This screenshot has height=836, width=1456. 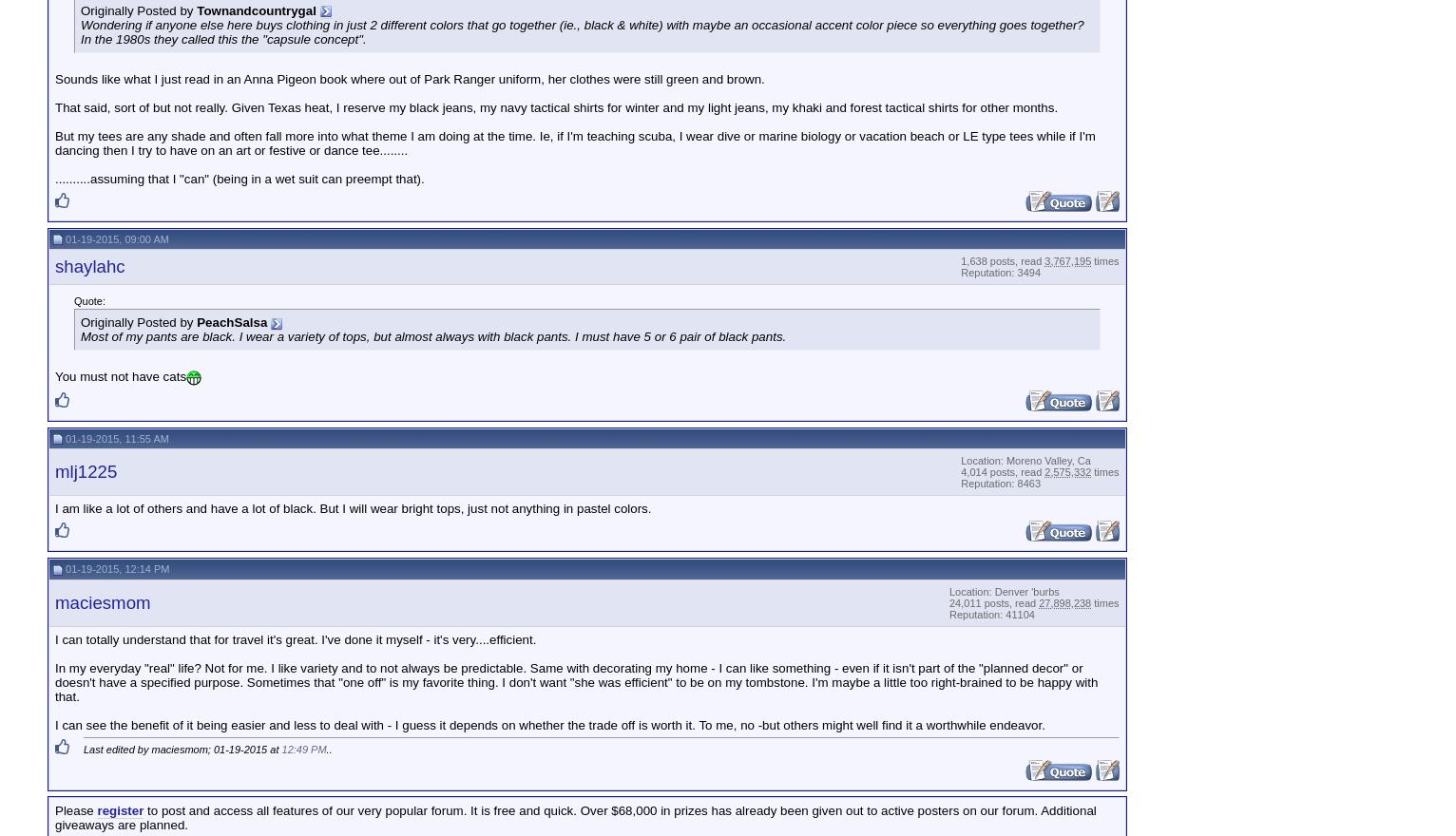 What do you see at coordinates (302, 749) in the screenshot?
I see `'12:49 PM'` at bounding box center [302, 749].